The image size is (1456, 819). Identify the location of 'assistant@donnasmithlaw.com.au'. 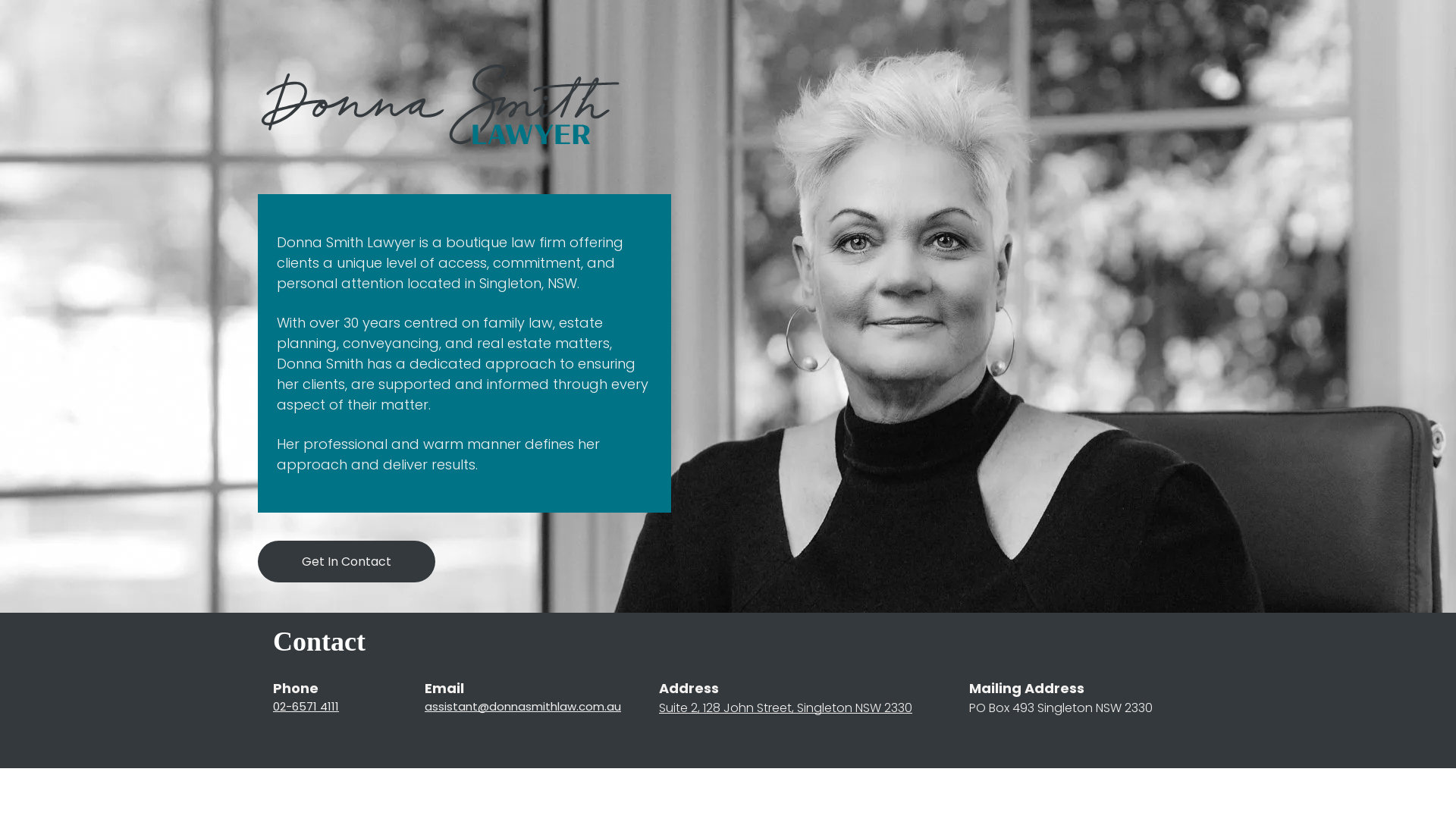
(522, 706).